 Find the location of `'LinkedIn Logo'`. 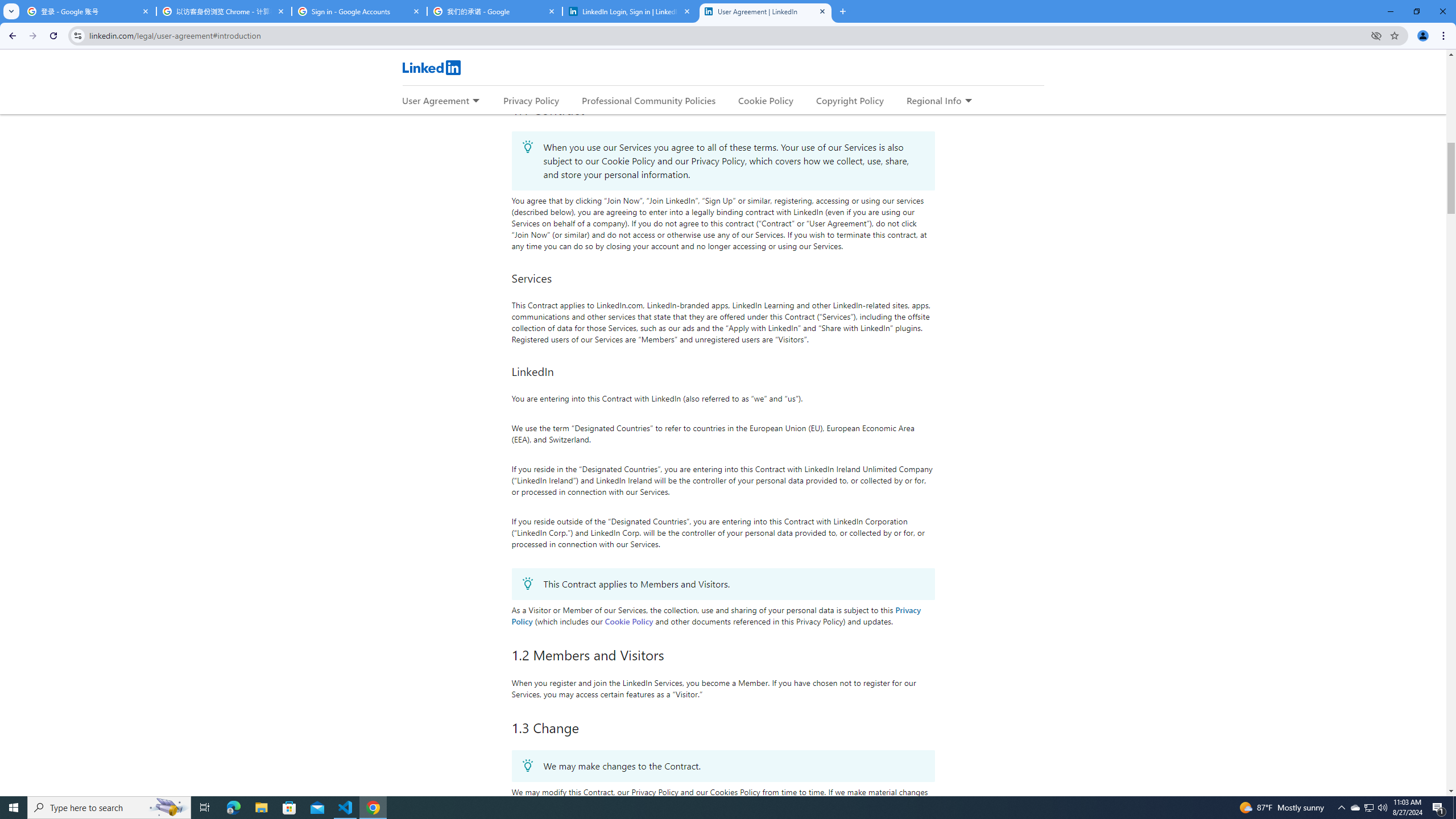

'LinkedIn Logo' is located at coordinates (431, 67).